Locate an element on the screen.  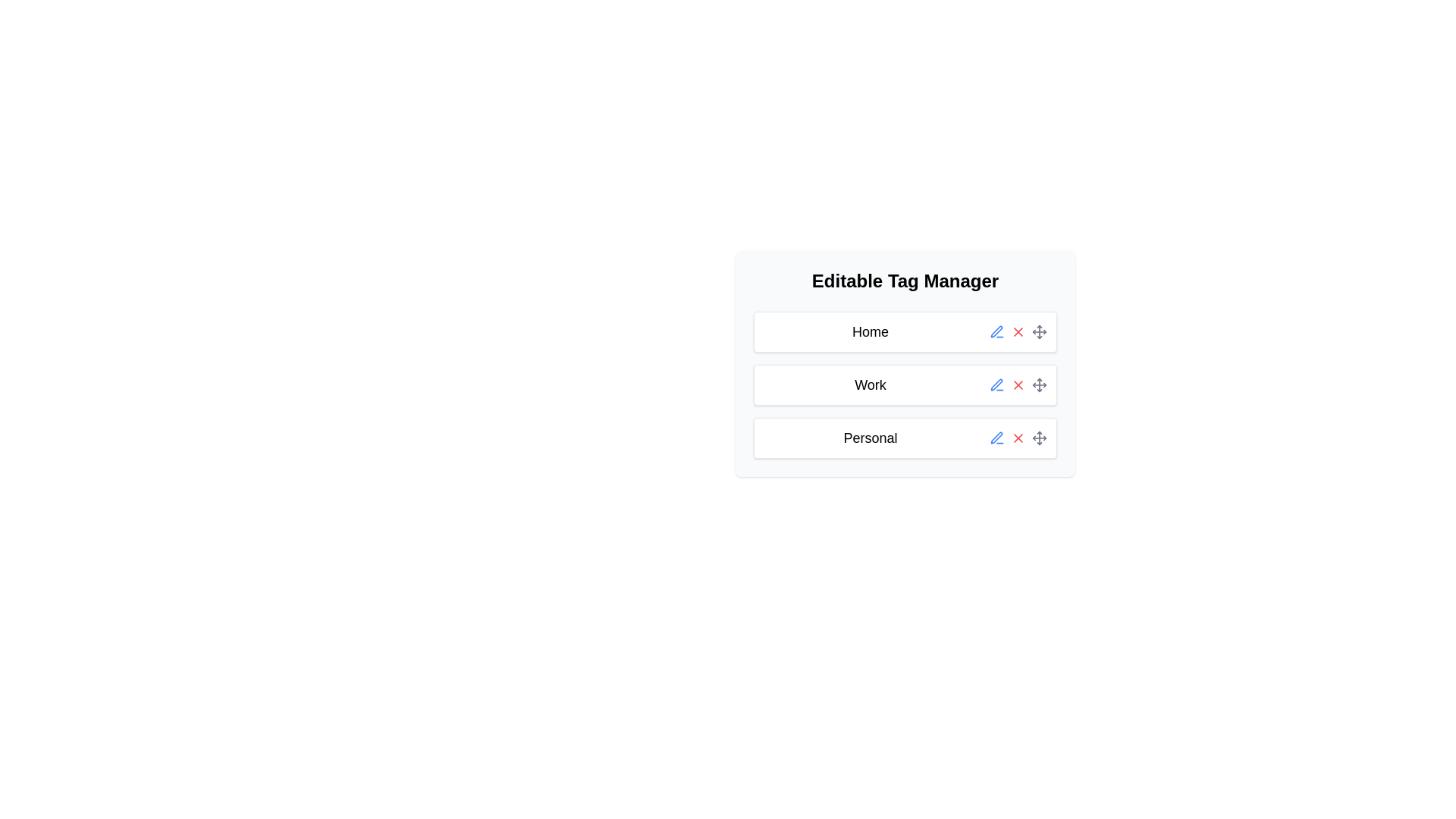
the red cross-shaped icon located in the first row of the editable tag manager interface is located at coordinates (1018, 331).